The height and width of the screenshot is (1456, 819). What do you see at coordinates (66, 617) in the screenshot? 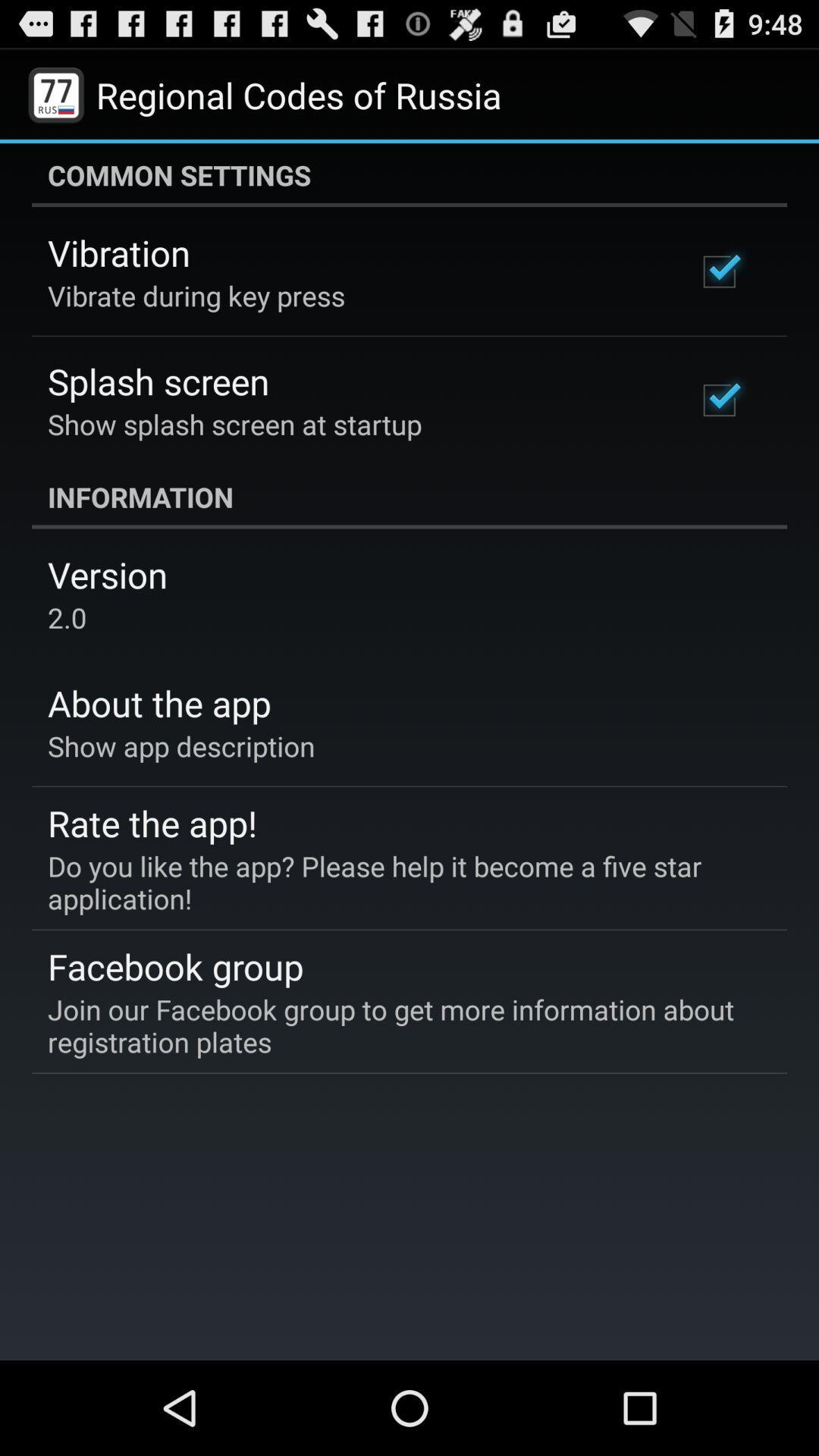
I see `2.0 icon` at bounding box center [66, 617].